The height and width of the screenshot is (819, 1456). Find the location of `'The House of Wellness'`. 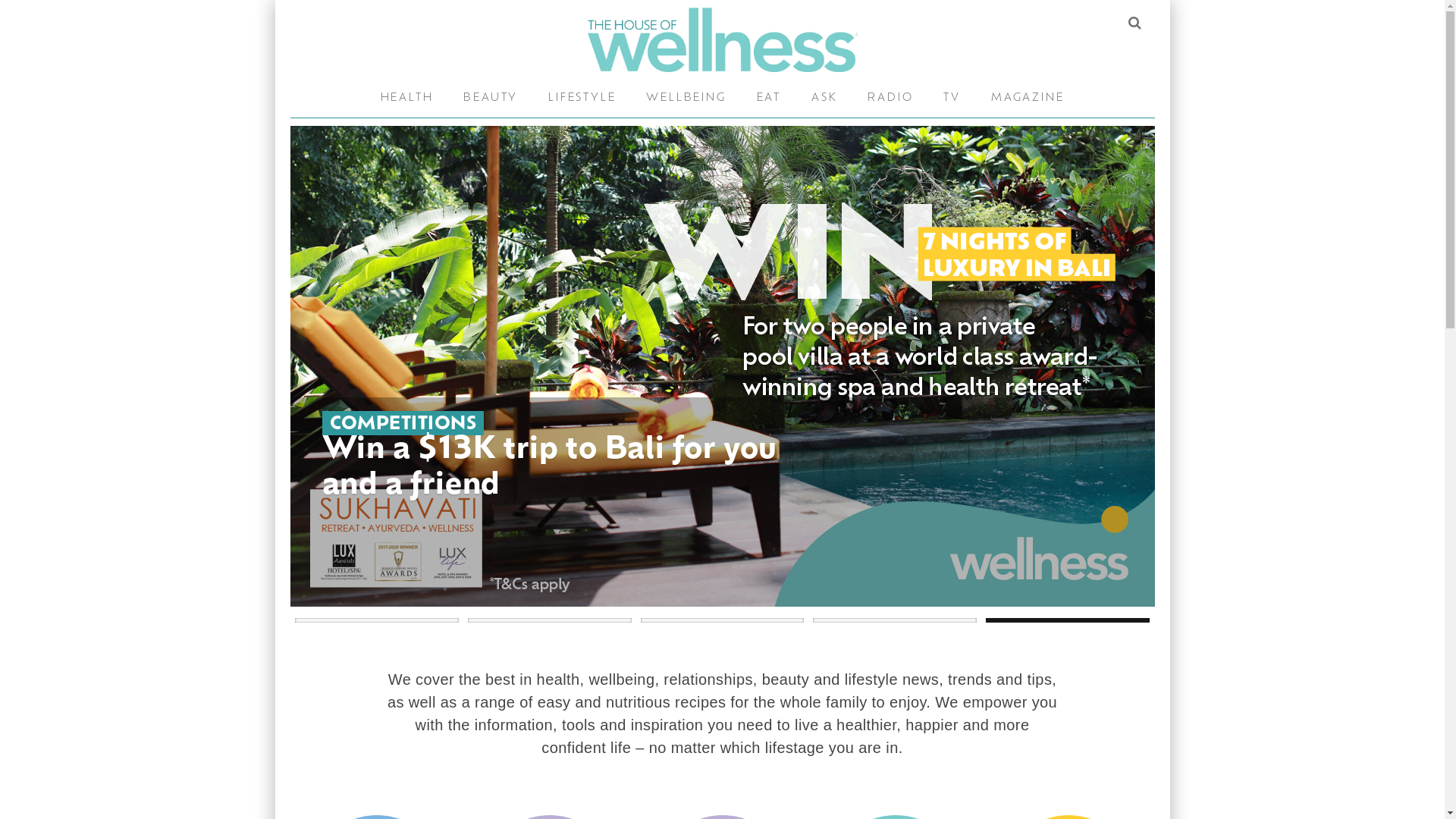

'The House of Wellness' is located at coordinates (720, 39).